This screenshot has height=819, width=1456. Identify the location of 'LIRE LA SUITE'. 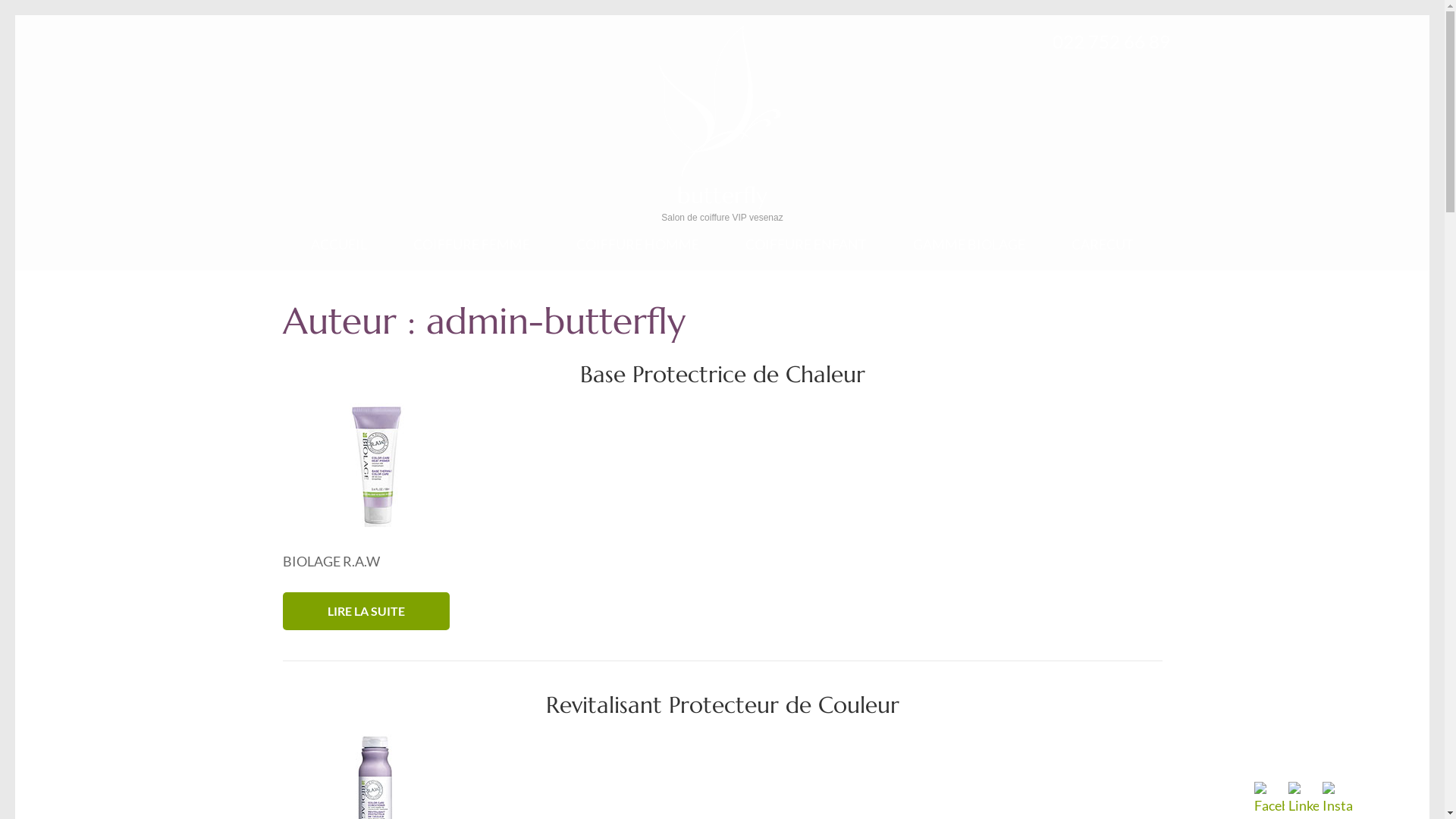
(365, 610).